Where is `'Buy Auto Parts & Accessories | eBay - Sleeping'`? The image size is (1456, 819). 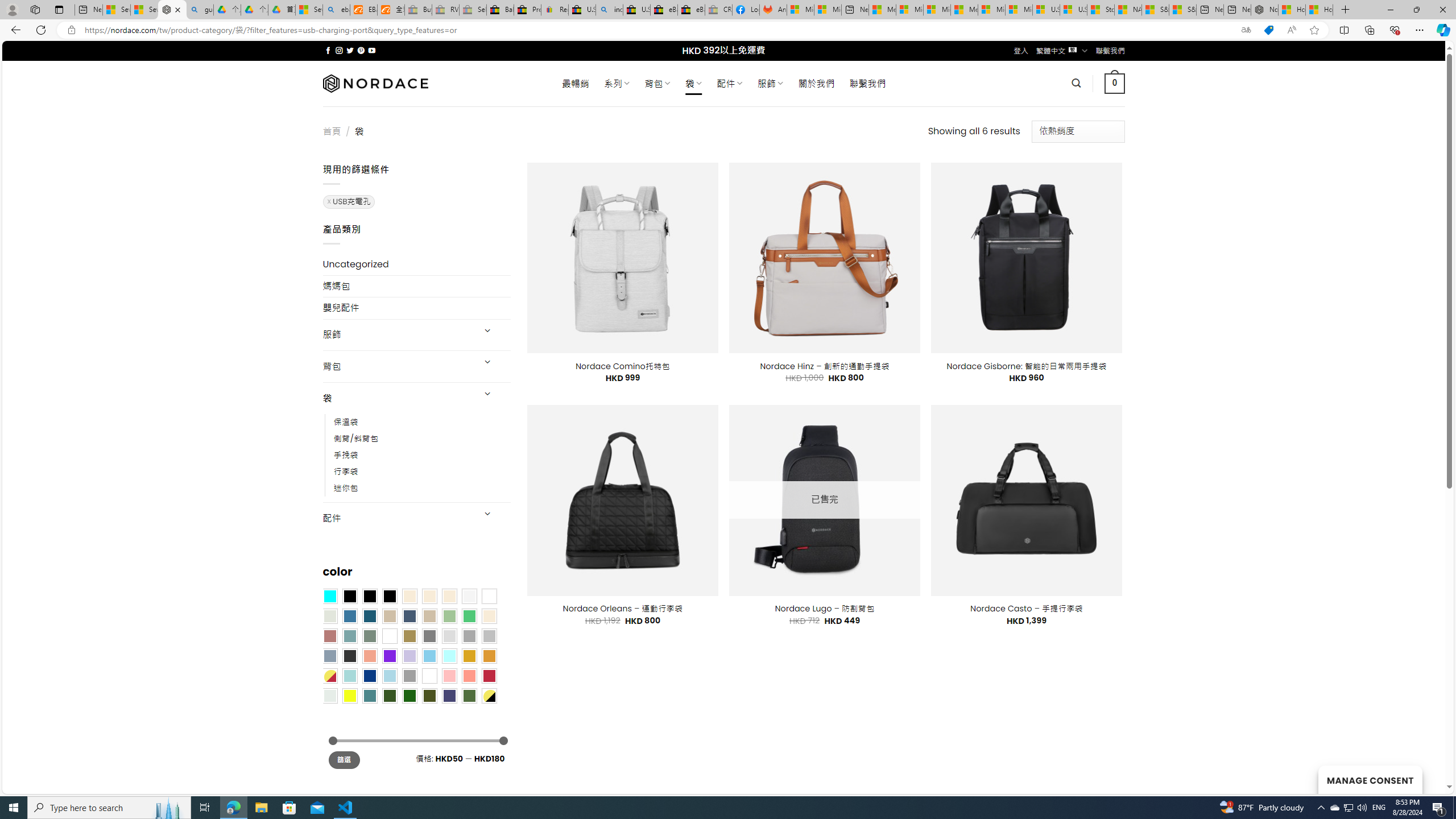
'Buy Auto Parts & Accessories | eBay - Sleeping' is located at coordinates (418, 9).